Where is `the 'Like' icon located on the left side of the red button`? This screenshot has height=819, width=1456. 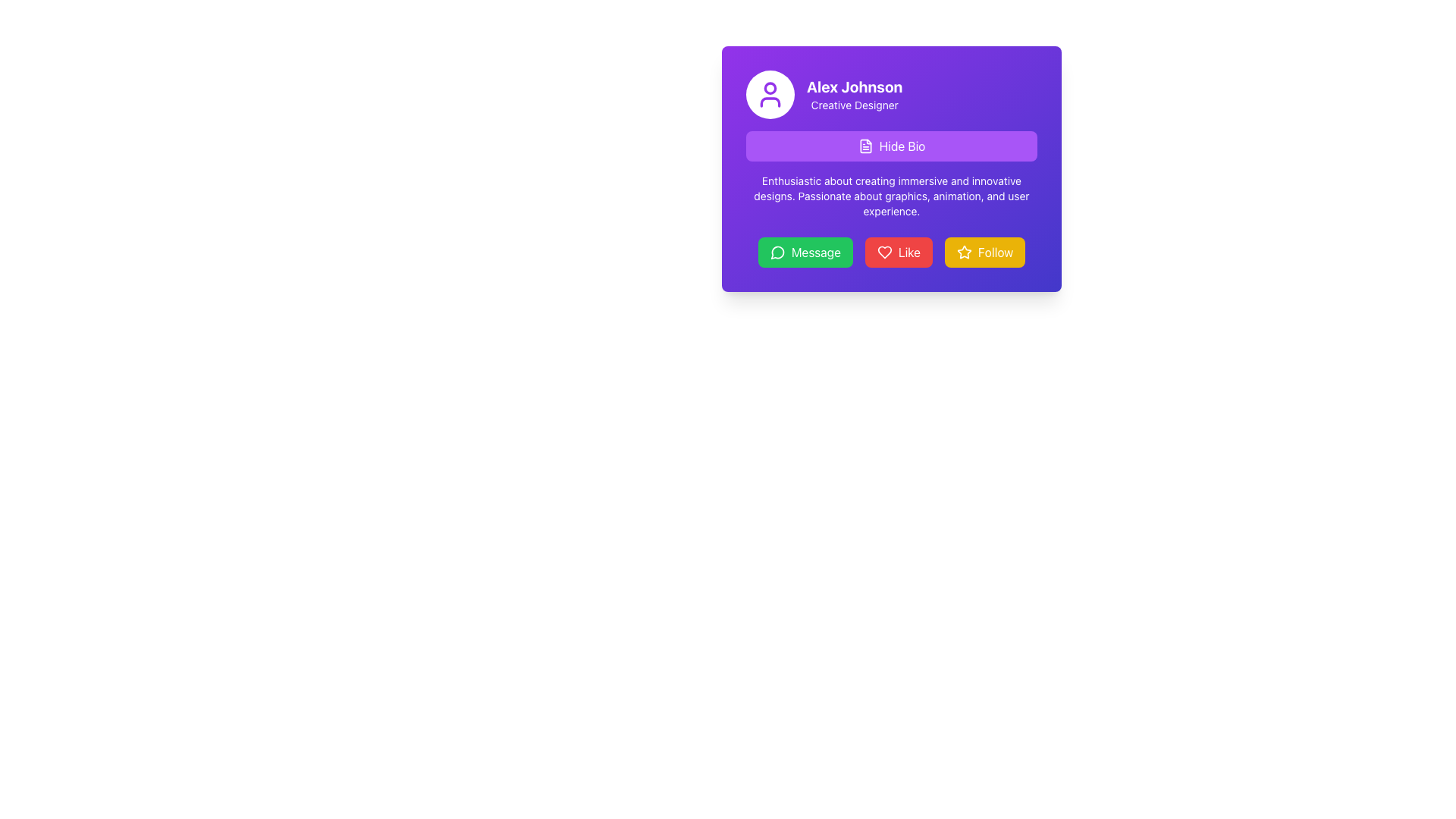
the 'Like' icon located on the left side of the red button is located at coordinates (884, 251).